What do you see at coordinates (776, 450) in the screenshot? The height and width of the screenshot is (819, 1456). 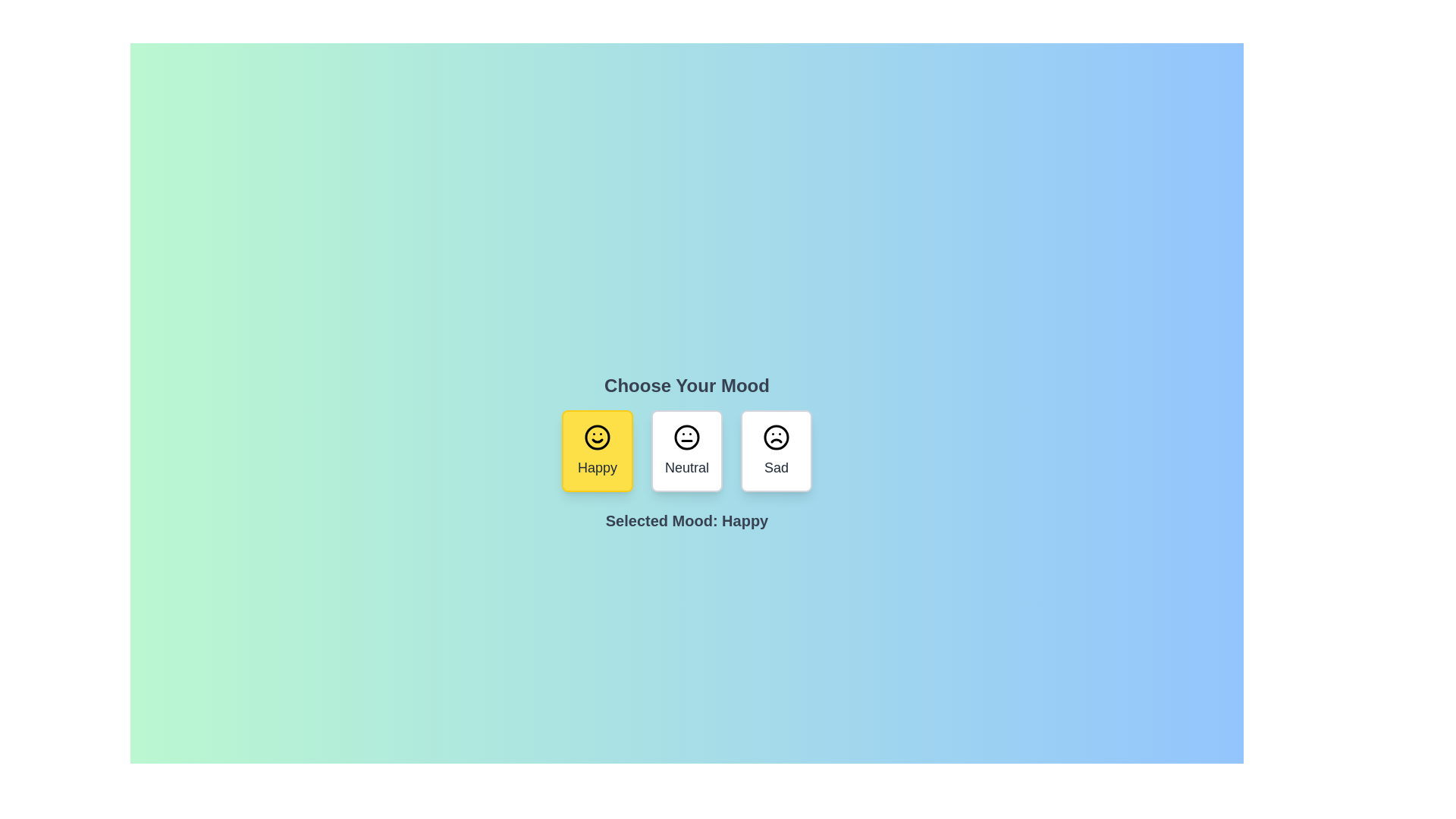 I see `the mood button corresponding to Sad` at bounding box center [776, 450].